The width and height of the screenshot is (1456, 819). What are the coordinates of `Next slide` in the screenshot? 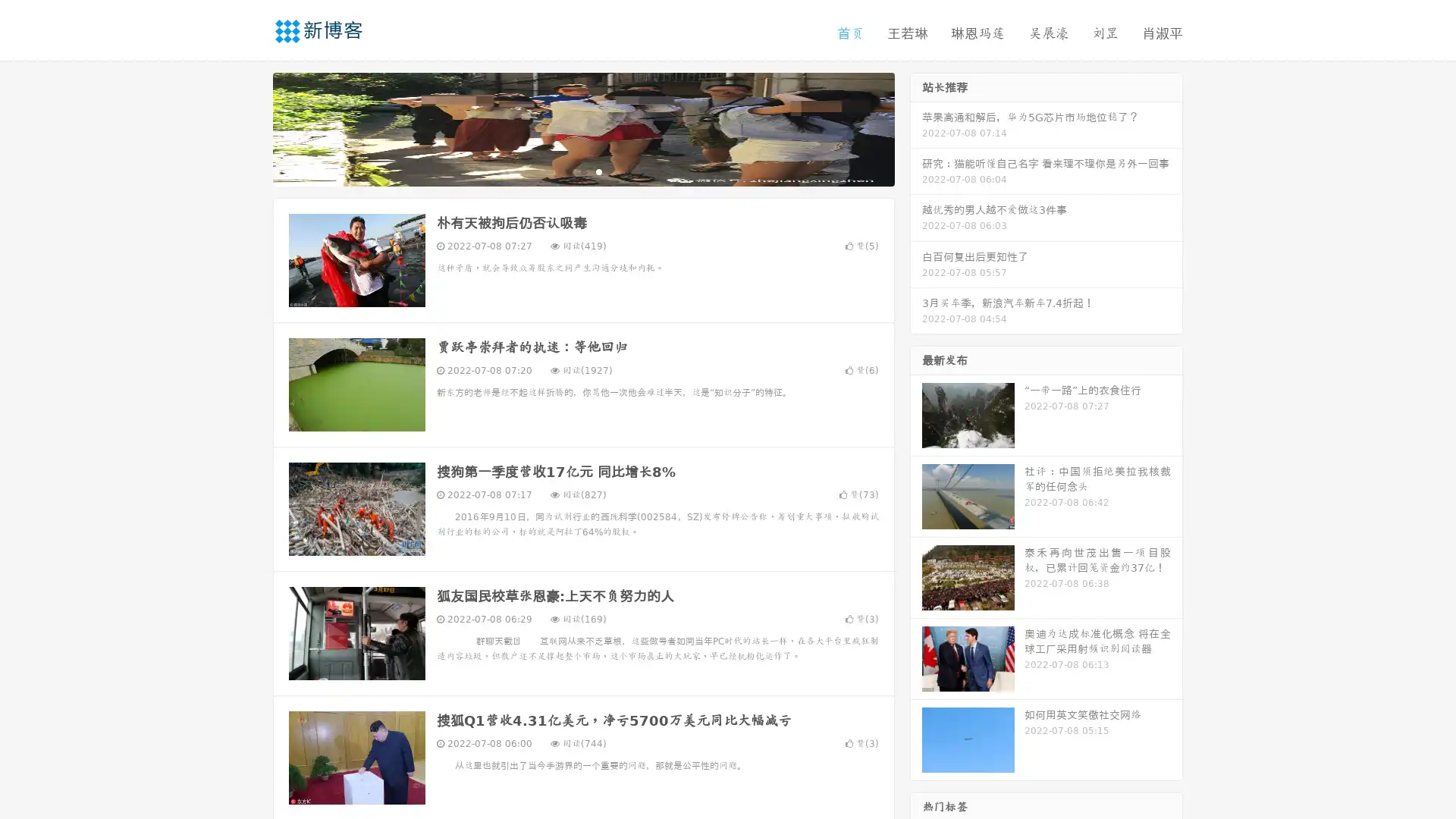 It's located at (916, 127).